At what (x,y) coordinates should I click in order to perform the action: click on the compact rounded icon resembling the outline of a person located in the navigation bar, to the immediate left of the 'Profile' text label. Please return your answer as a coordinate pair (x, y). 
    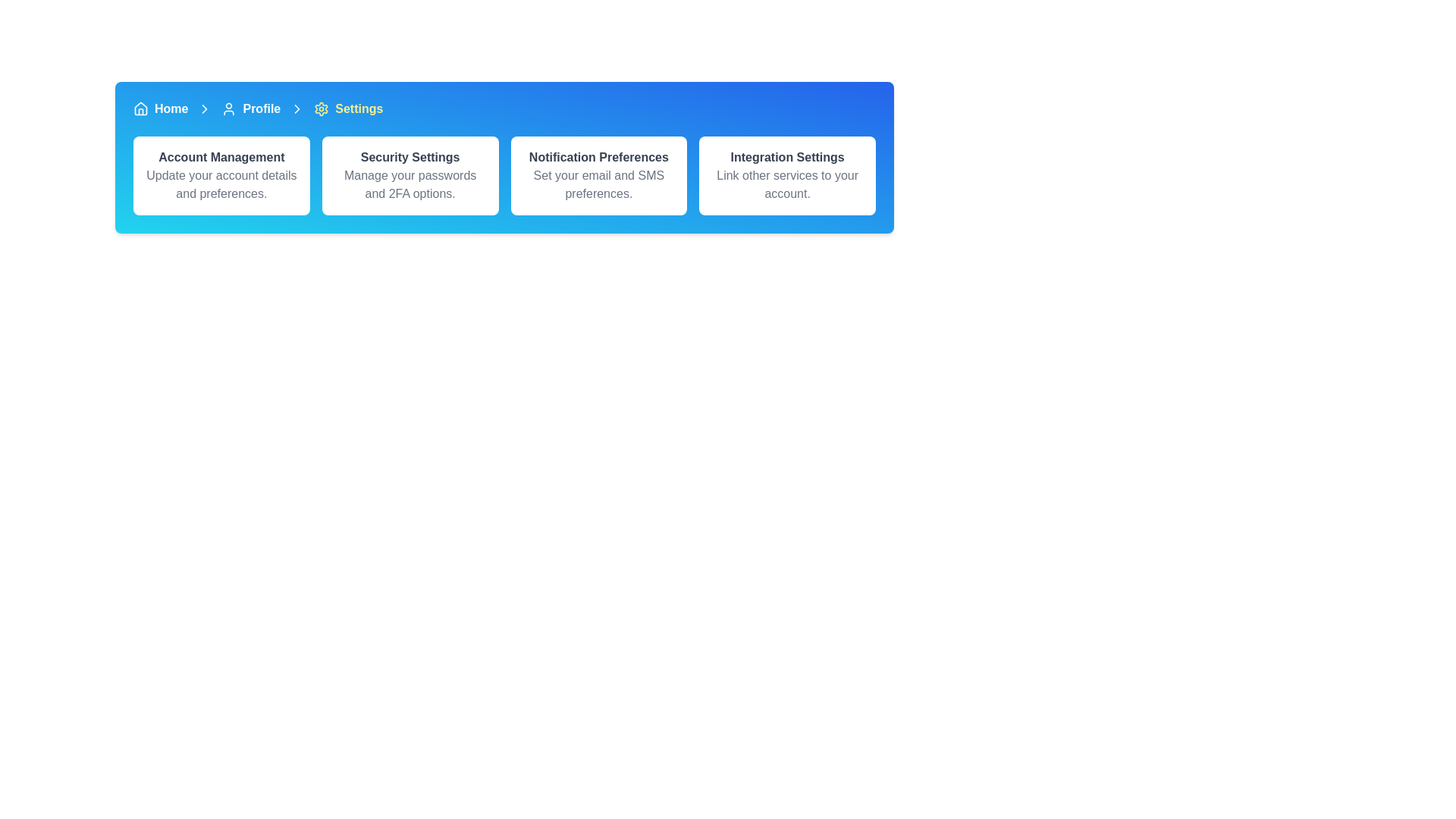
    Looking at the image, I should click on (228, 108).